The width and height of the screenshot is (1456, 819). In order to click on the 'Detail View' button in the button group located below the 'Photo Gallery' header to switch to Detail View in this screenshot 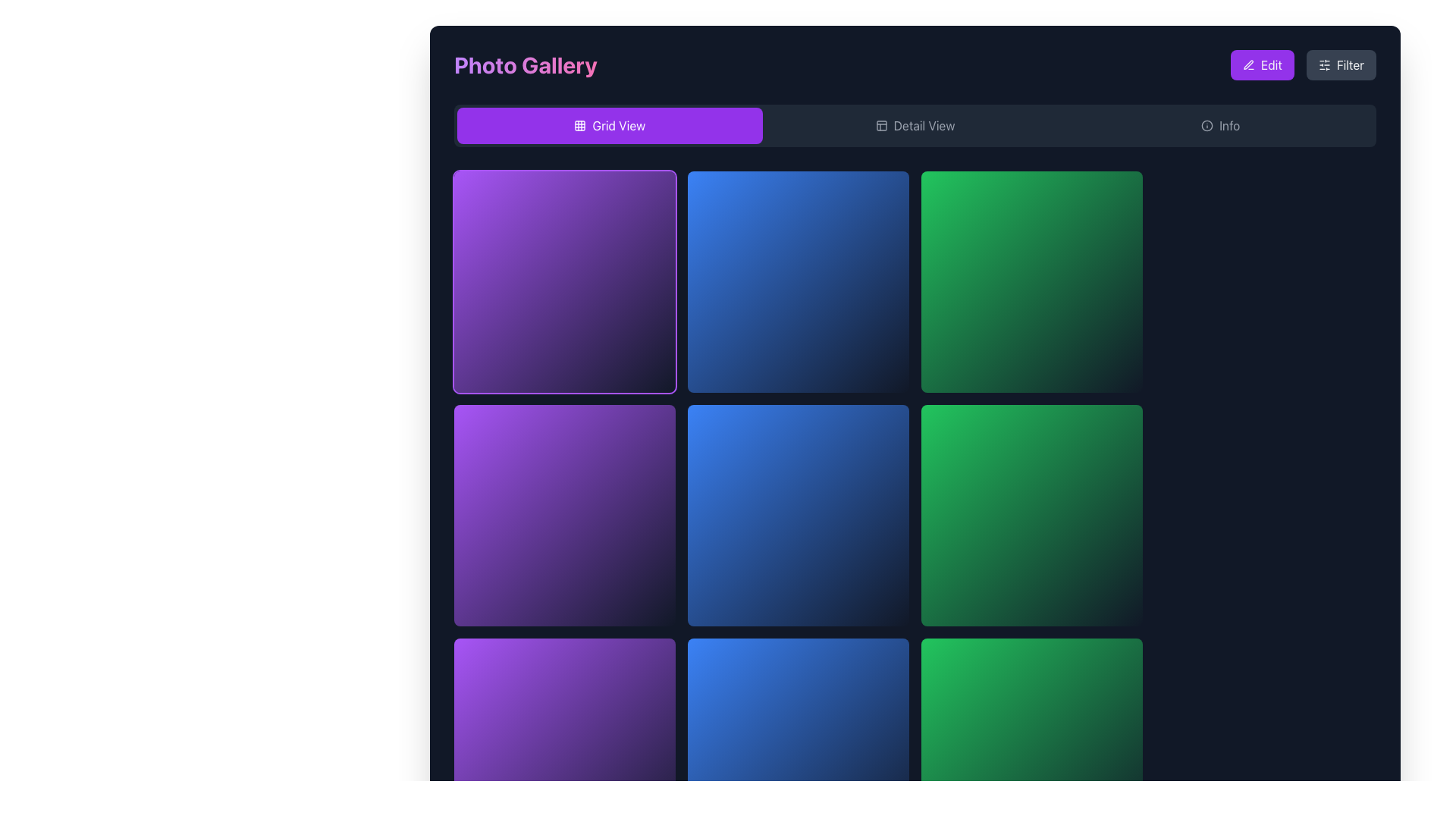, I will do `click(914, 124)`.